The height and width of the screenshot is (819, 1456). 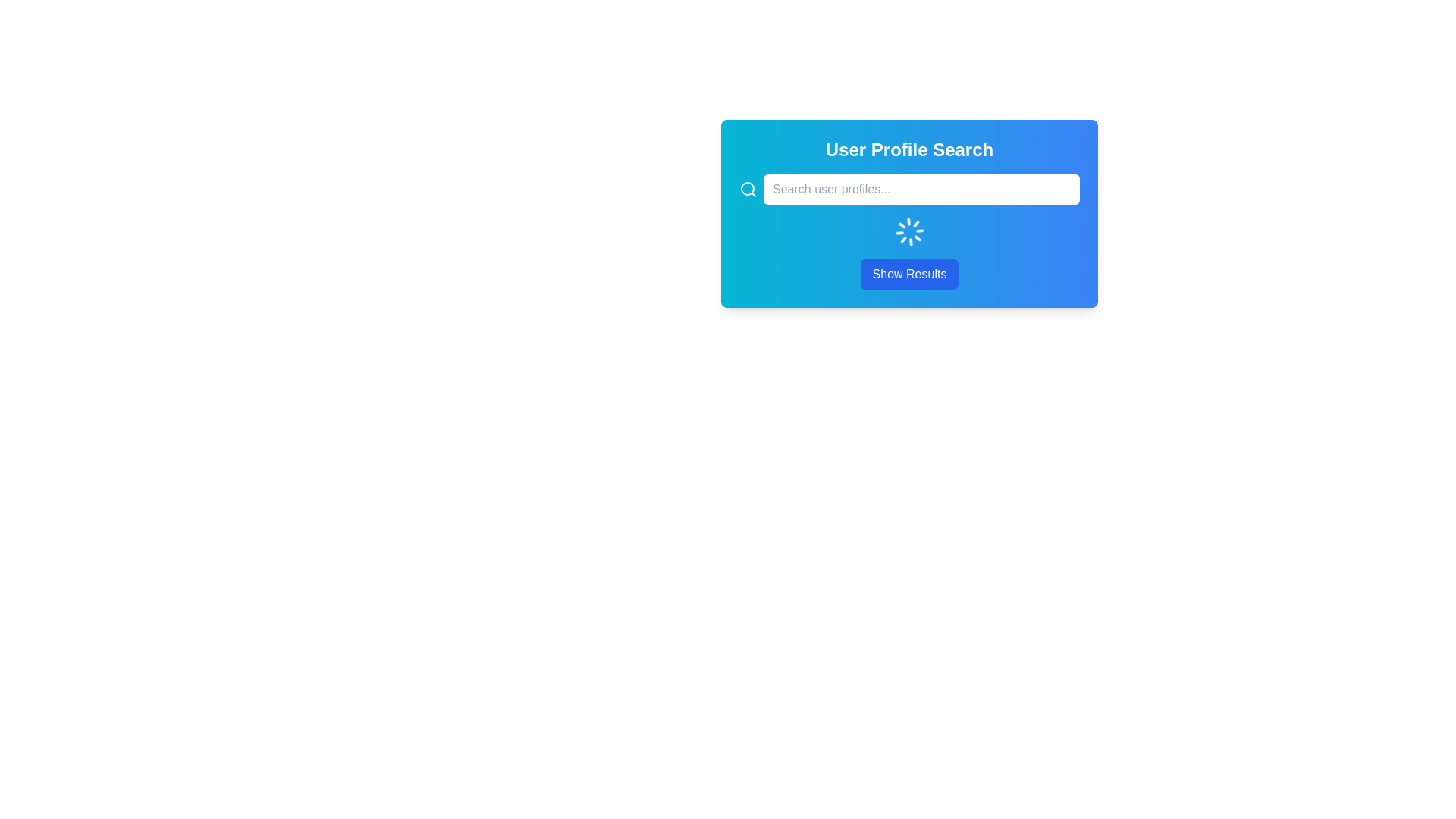 What do you see at coordinates (909, 231) in the screenshot?
I see `the animated loading spinner located centrally below the search bar and above the 'Show Results' button` at bounding box center [909, 231].